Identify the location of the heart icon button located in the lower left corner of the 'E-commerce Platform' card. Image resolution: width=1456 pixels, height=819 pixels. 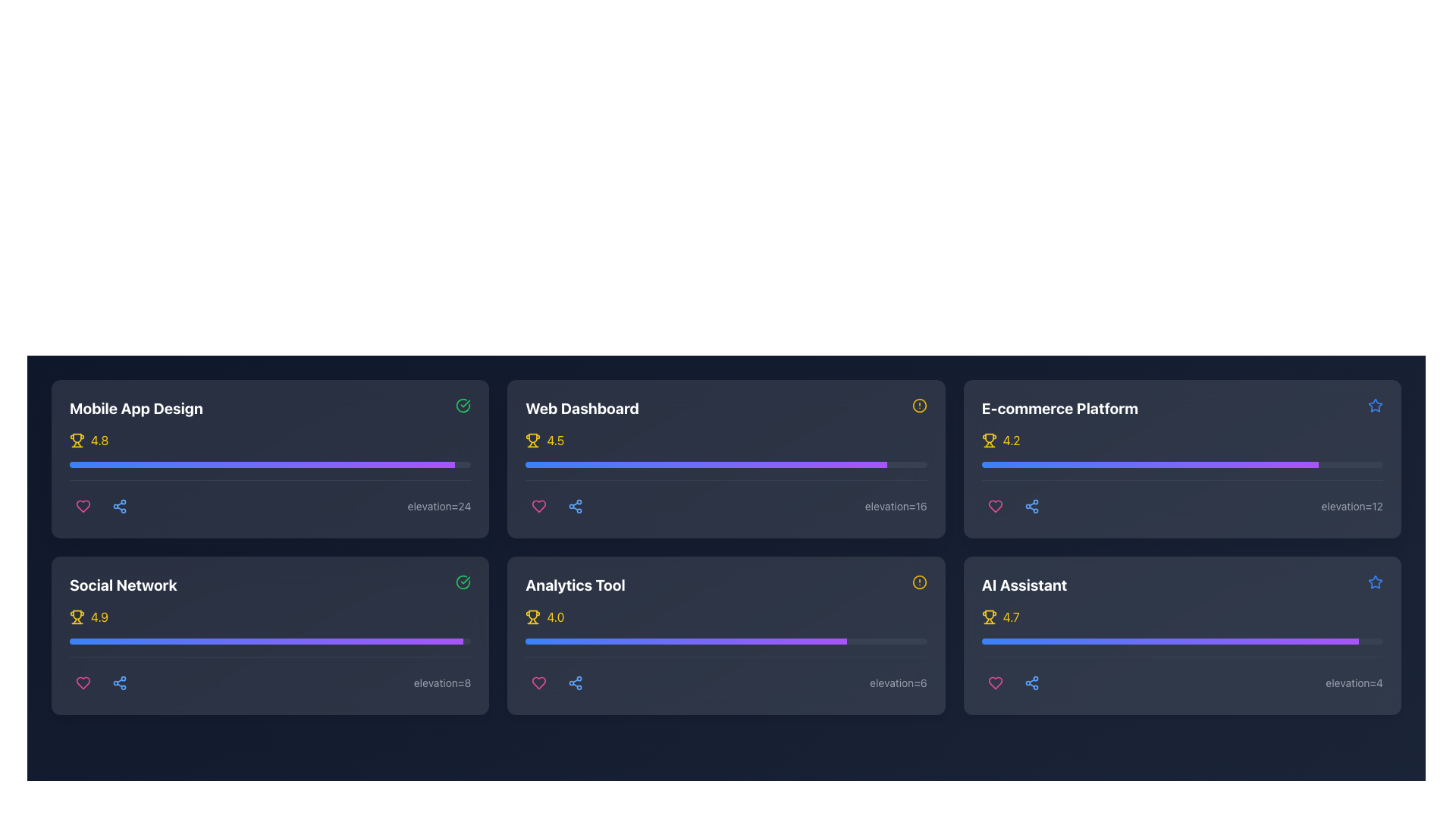
(995, 506).